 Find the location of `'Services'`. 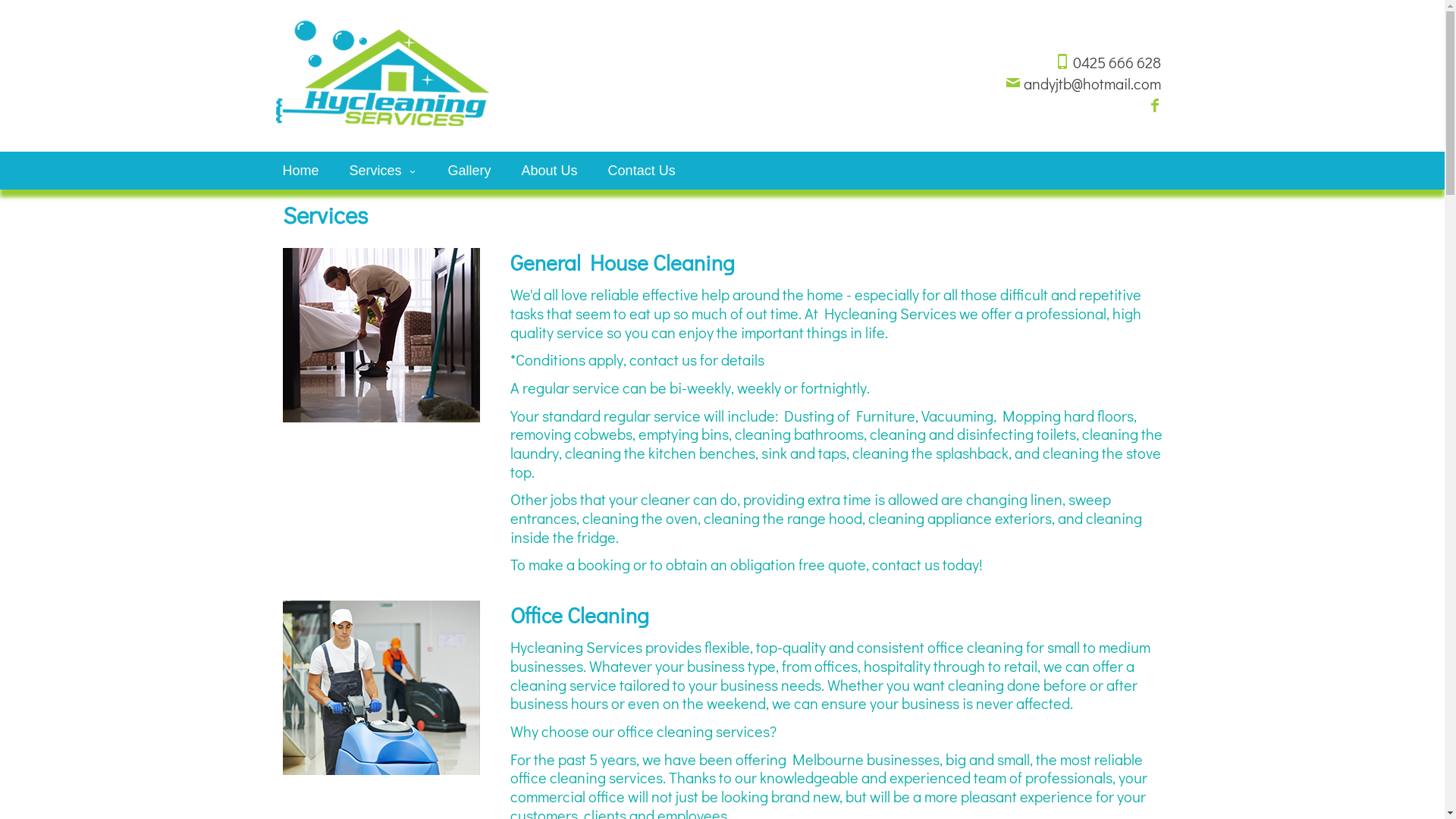

'Services' is located at coordinates (383, 170).